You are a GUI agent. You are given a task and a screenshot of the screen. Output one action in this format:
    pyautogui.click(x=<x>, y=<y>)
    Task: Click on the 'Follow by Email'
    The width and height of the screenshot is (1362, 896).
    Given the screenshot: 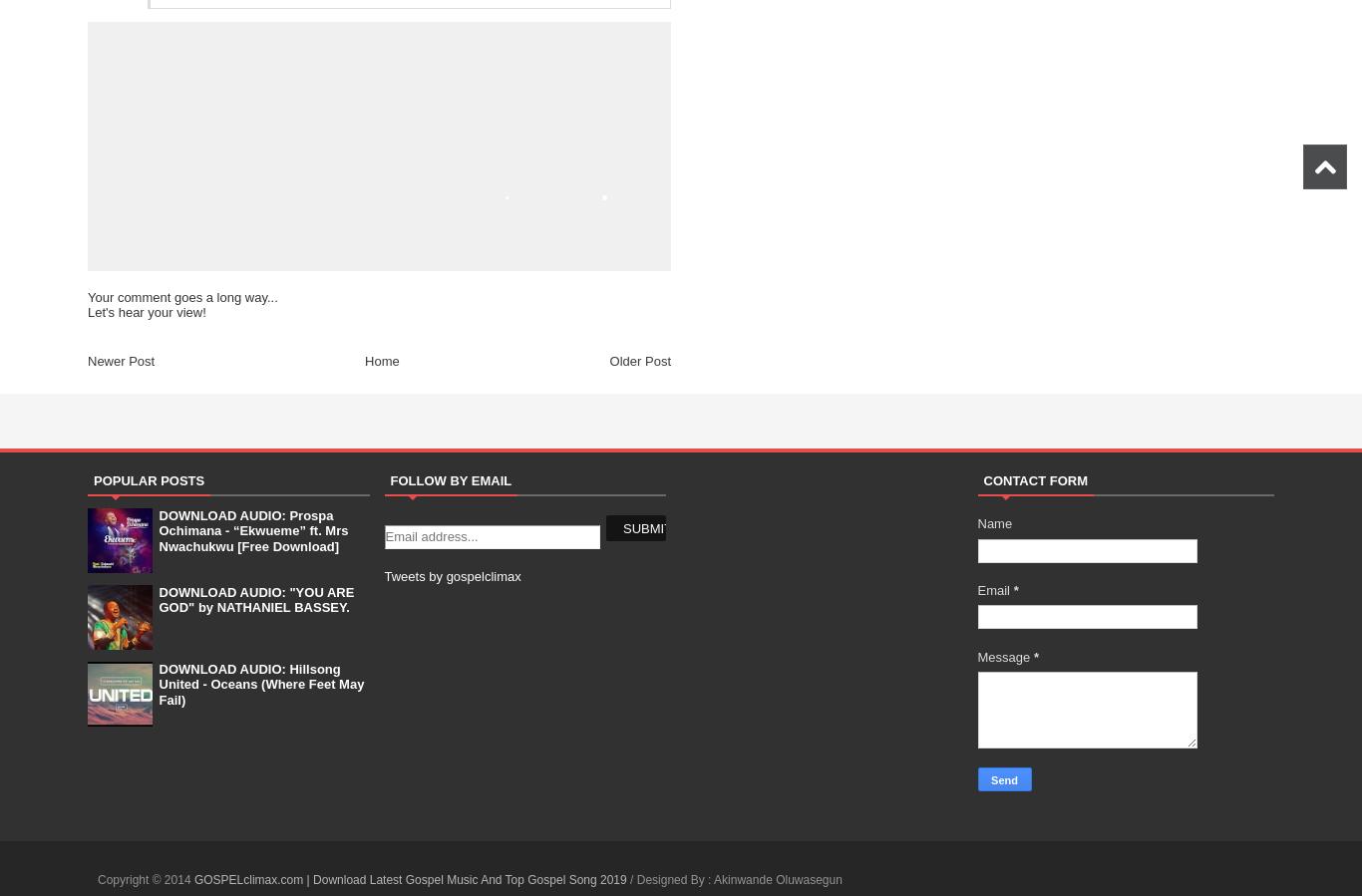 What is the action you would take?
    pyautogui.click(x=450, y=479)
    